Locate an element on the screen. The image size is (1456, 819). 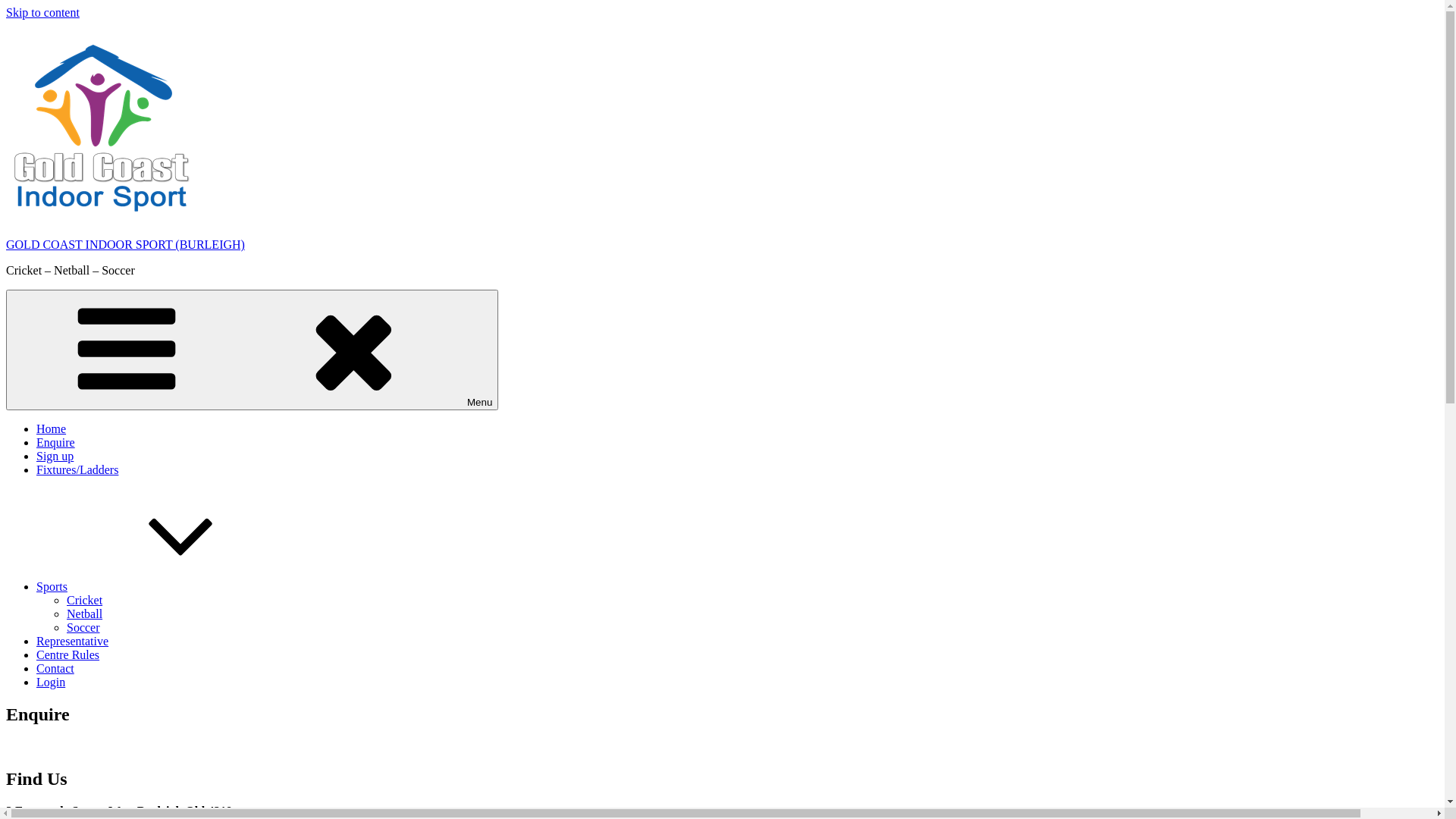
'Menu' is located at coordinates (252, 350).